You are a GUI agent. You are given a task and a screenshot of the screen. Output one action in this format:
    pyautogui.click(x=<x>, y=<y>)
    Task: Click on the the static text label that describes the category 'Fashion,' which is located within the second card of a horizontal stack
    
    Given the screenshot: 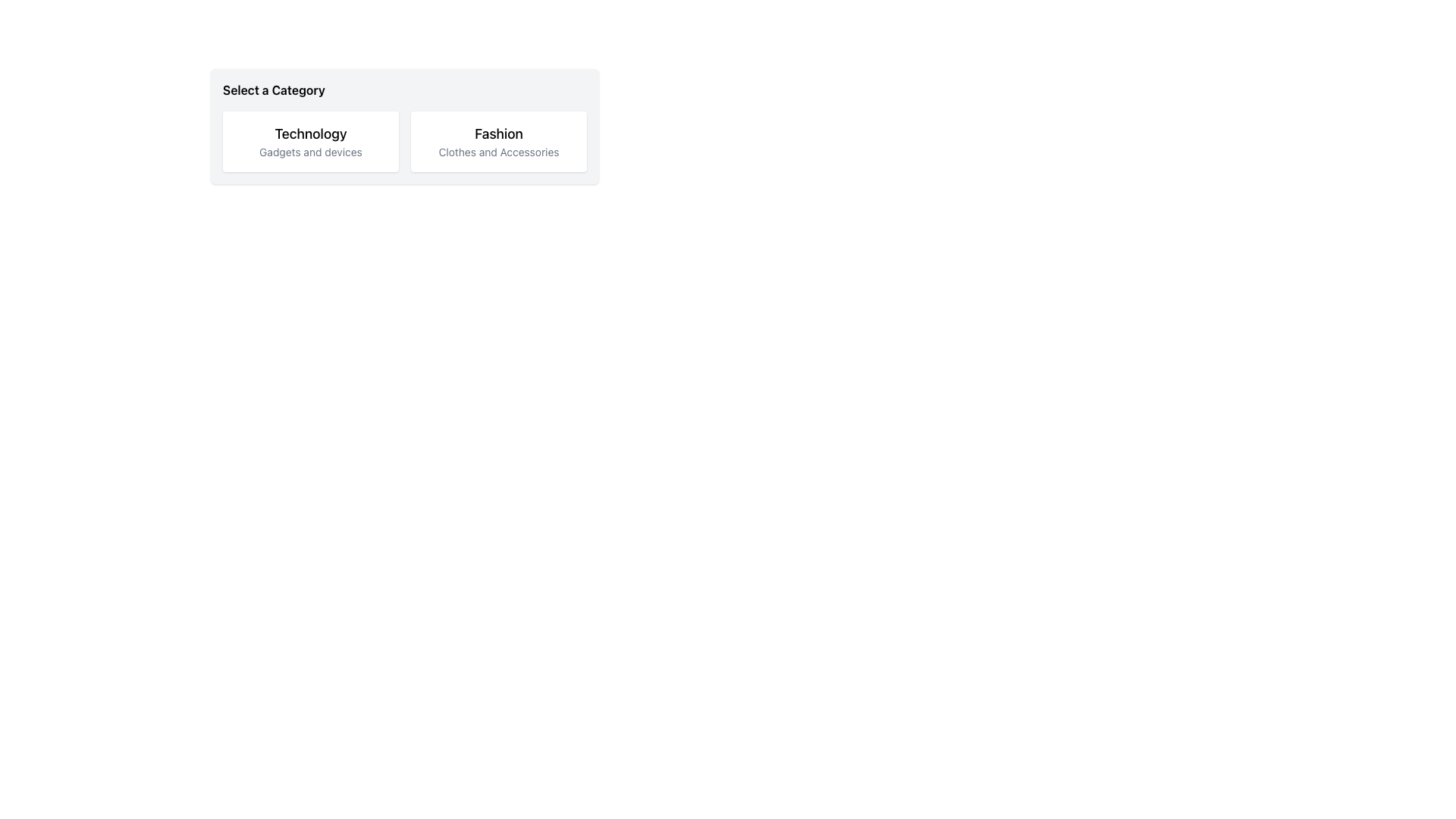 What is the action you would take?
    pyautogui.click(x=498, y=152)
    